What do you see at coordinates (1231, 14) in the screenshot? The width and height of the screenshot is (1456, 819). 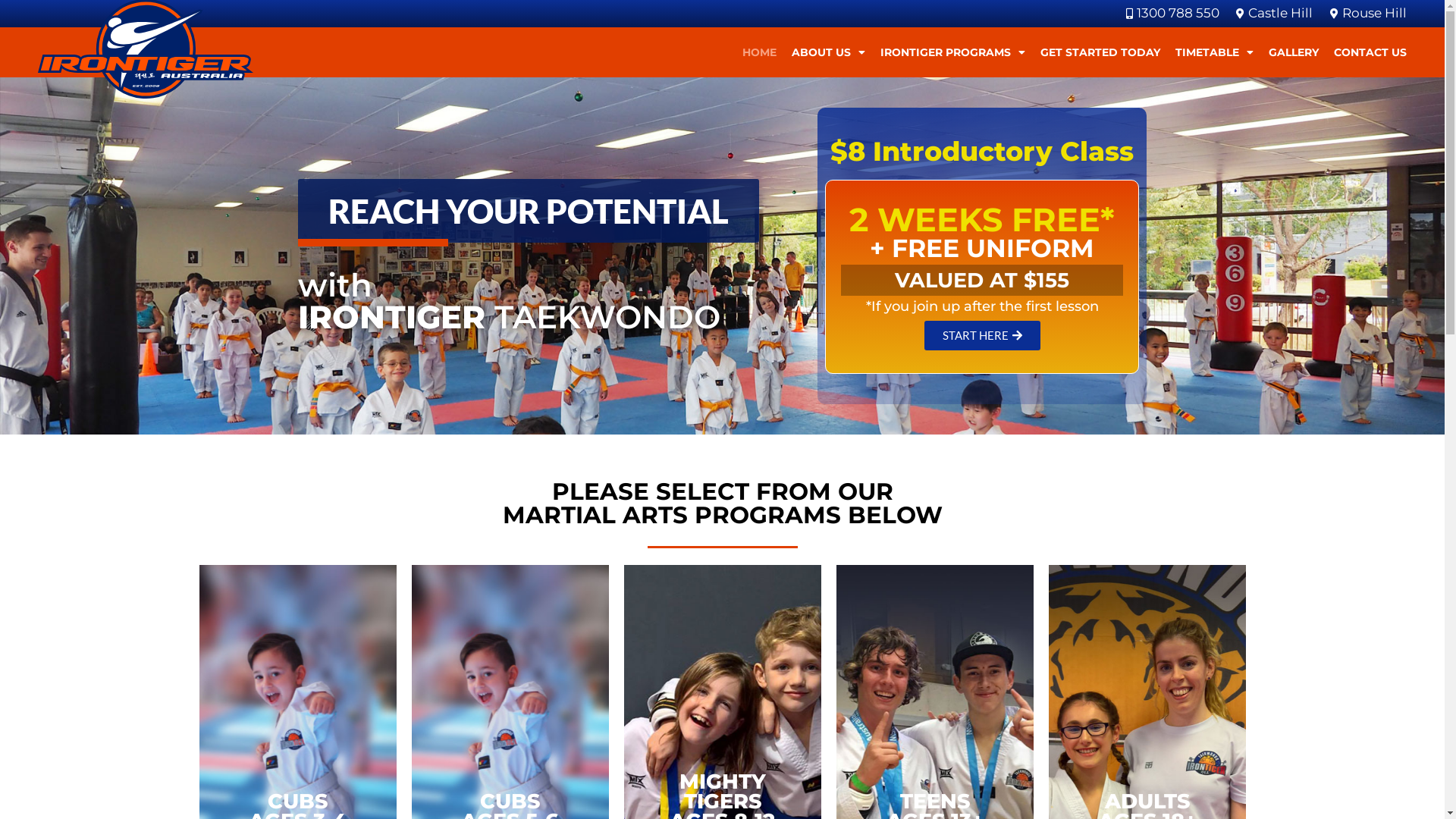 I see `'Castle Hill'` at bounding box center [1231, 14].